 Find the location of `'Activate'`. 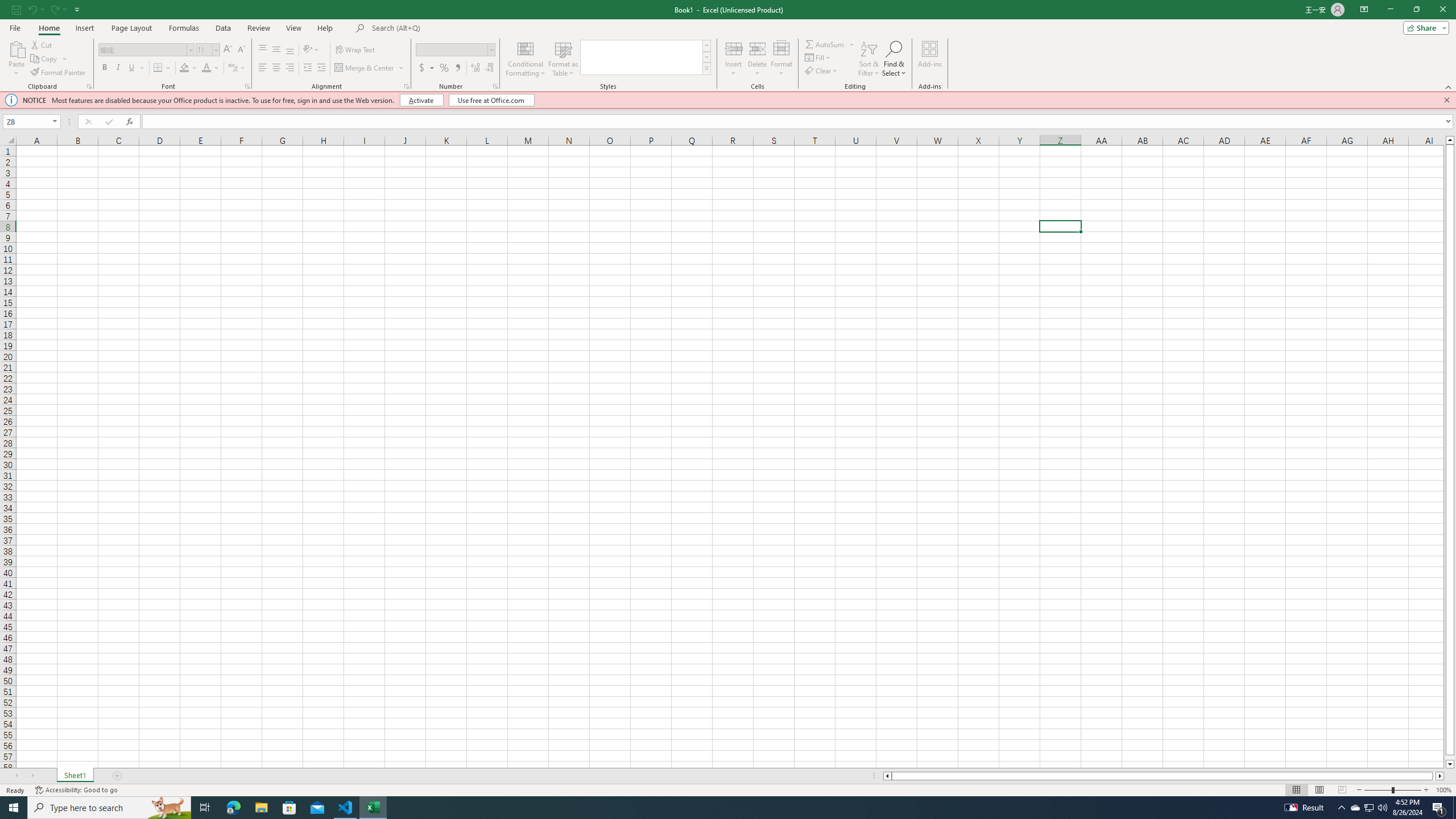

'Activate' is located at coordinates (421, 100).